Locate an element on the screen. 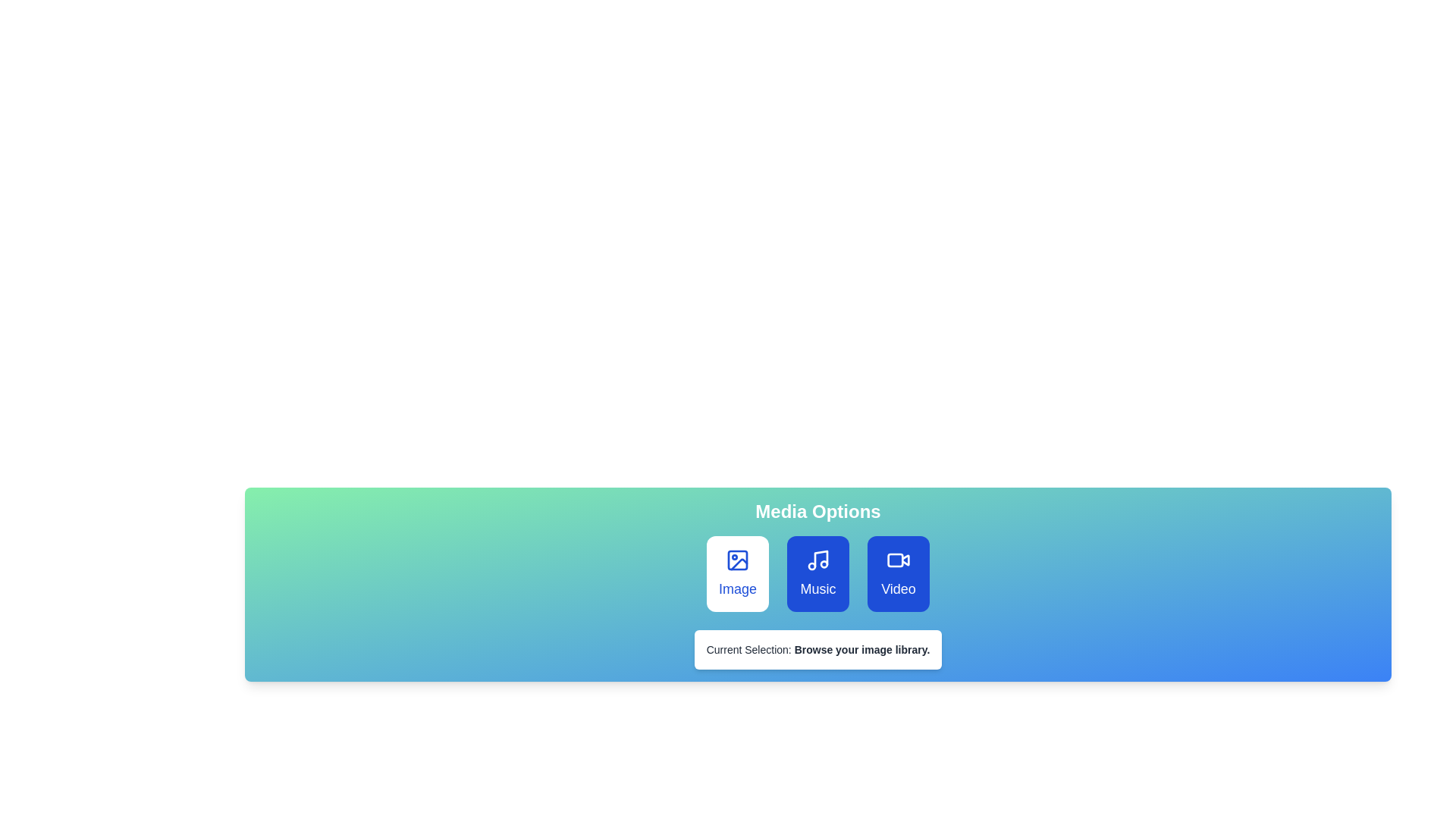 This screenshot has height=819, width=1456. the 'Music' button with a music note icon, which has a blue background and white text is located at coordinates (817, 573).